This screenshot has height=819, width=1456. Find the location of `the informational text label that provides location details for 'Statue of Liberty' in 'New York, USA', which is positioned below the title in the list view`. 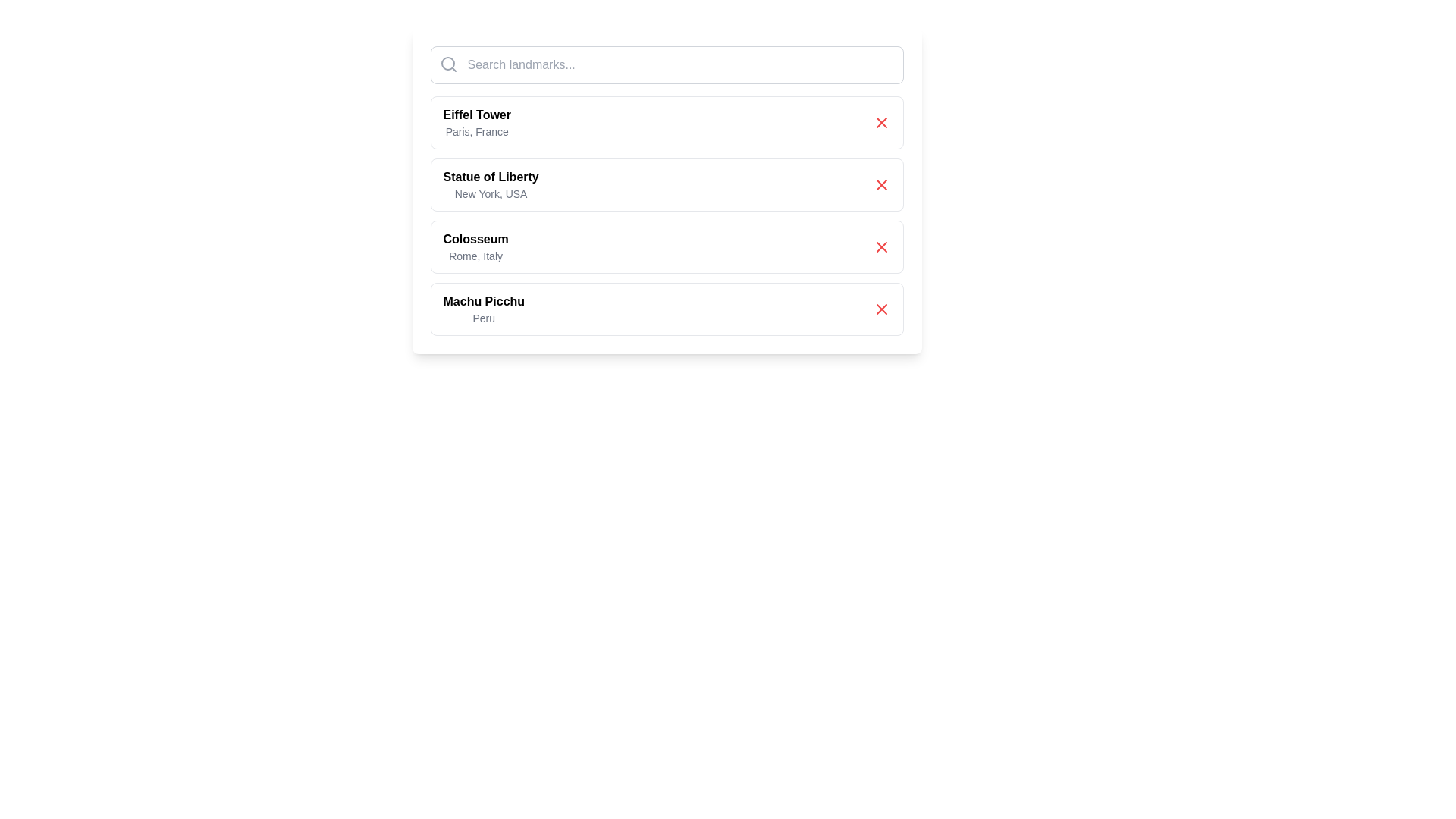

the informational text label that provides location details for 'Statue of Liberty' in 'New York, USA', which is positioned below the title in the list view is located at coordinates (491, 193).